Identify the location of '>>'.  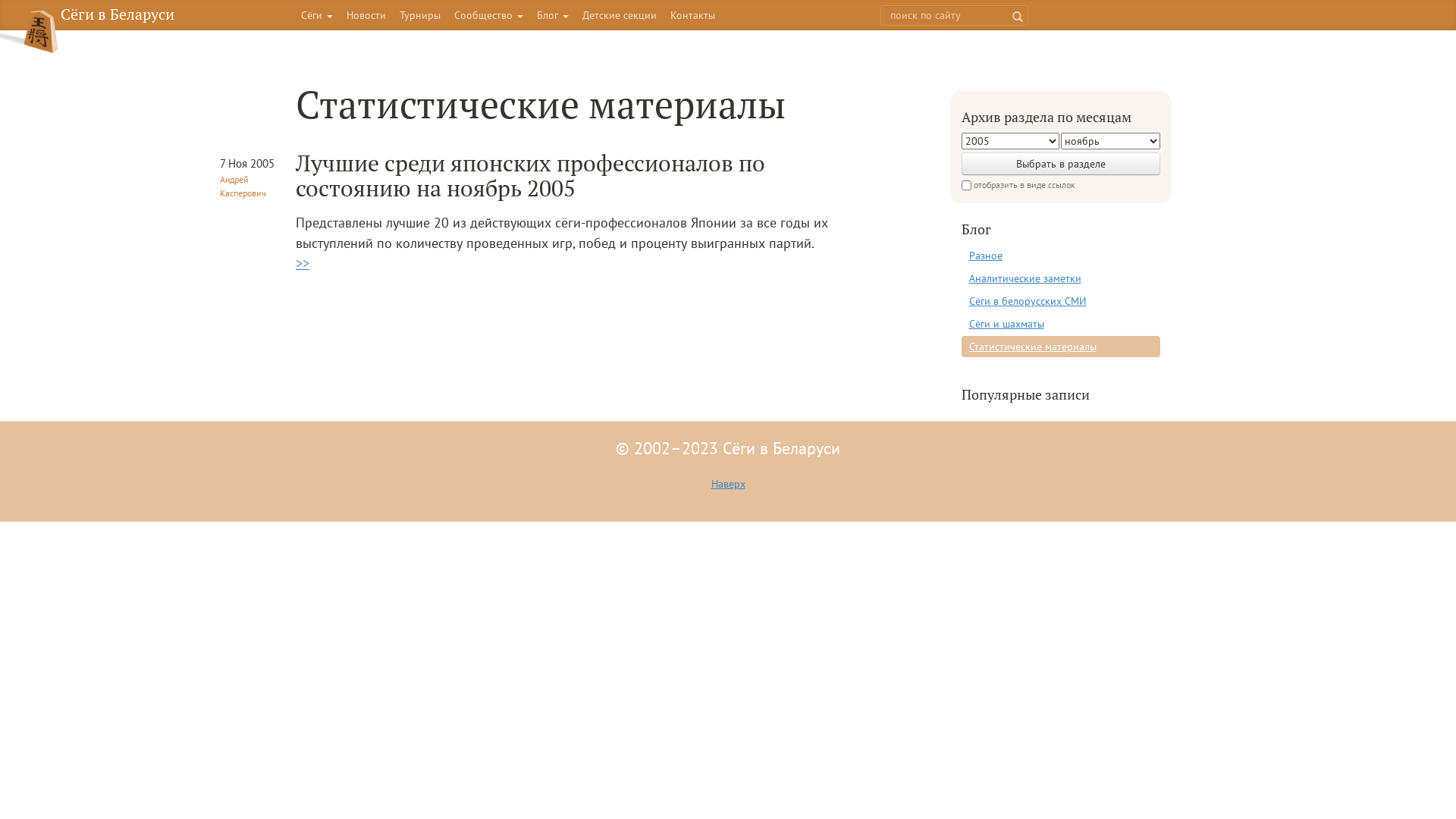
(302, 262).